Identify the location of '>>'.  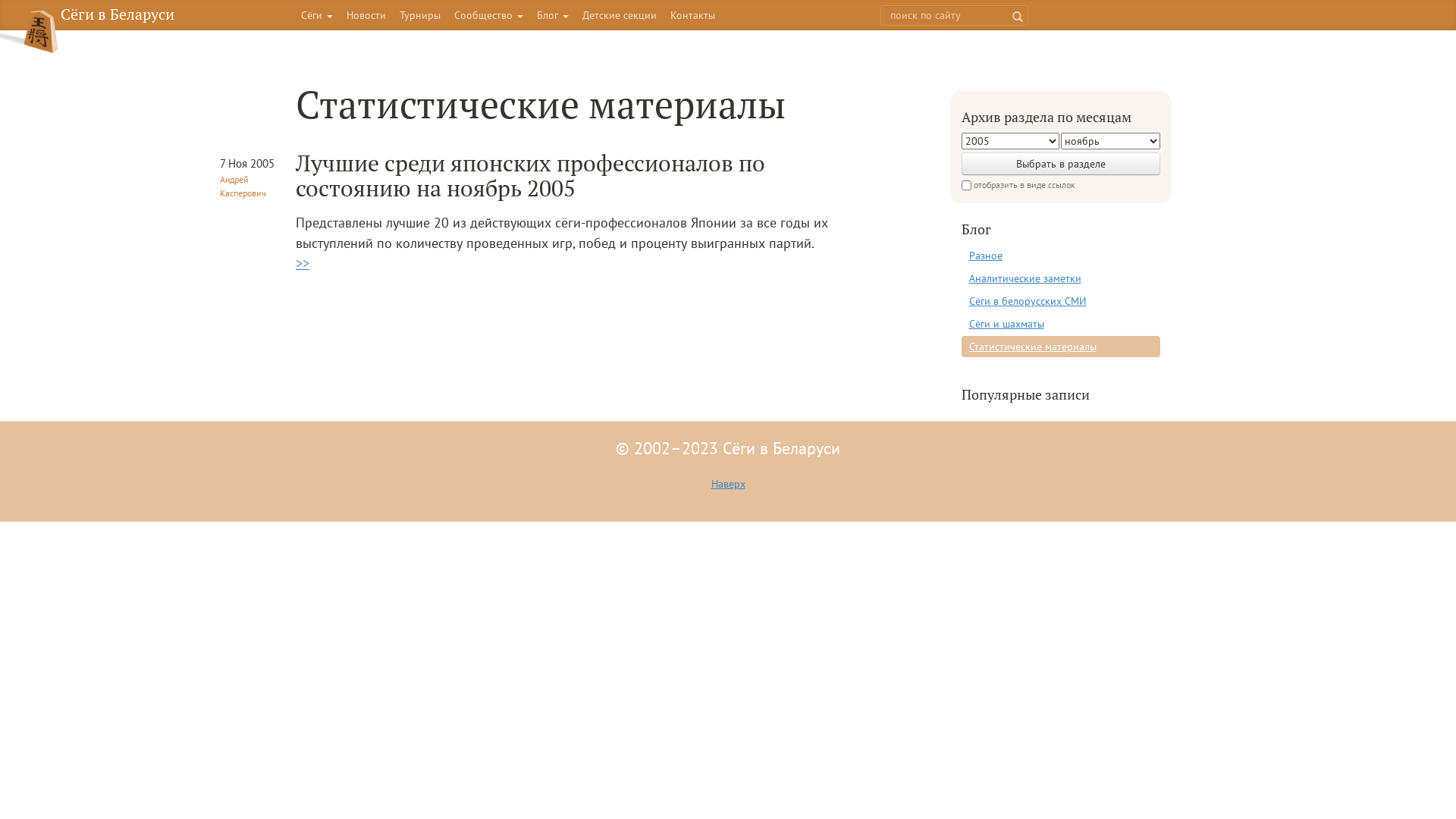
(302, 262).